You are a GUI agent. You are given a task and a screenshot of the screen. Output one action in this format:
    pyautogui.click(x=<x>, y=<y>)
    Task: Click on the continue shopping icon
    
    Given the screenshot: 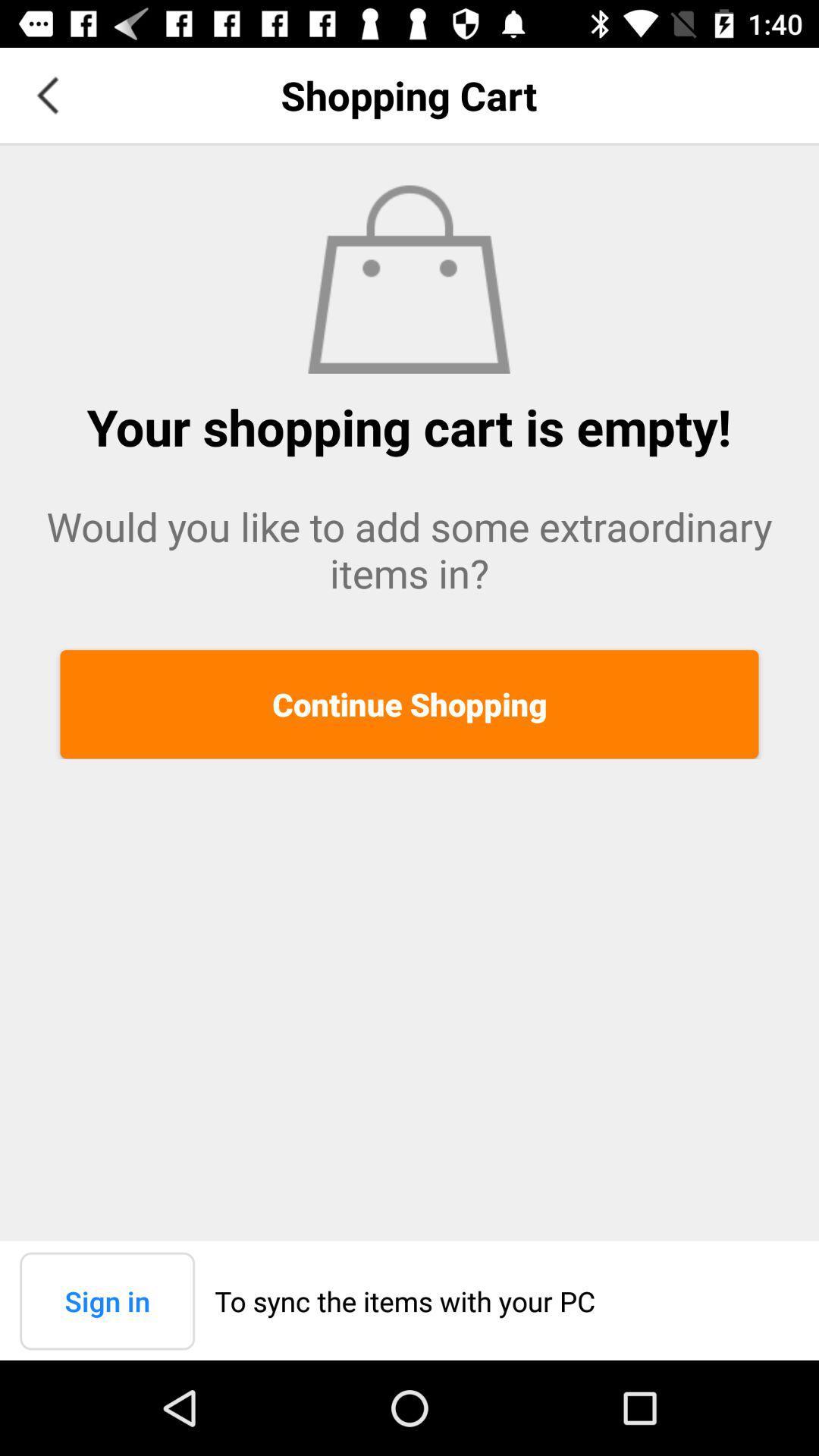 What is the action you would take?
    pyautogui.click(x=409, y=703)
    